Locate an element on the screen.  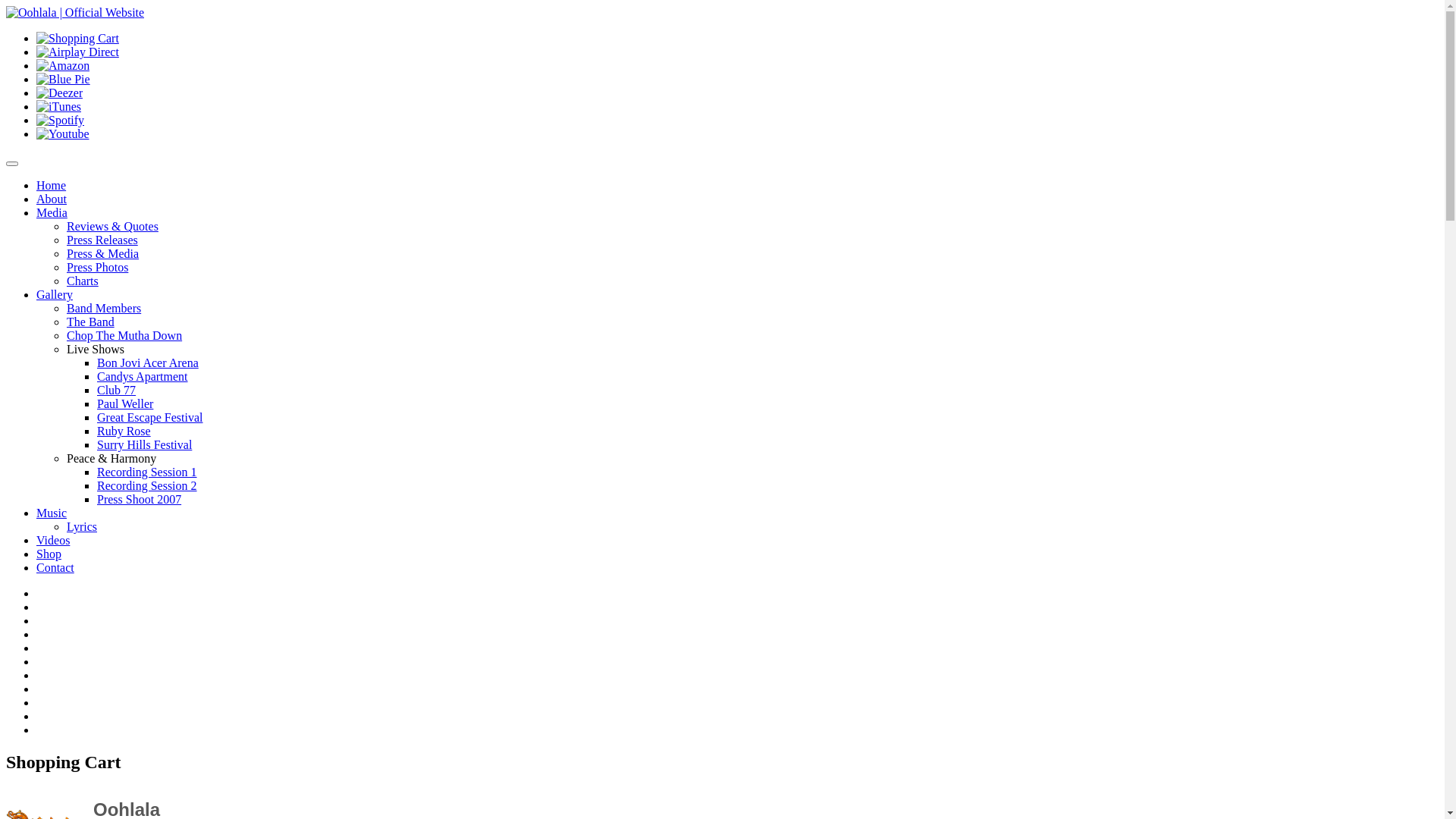
'Shopping Cart' is located at coordinates (36, 37).